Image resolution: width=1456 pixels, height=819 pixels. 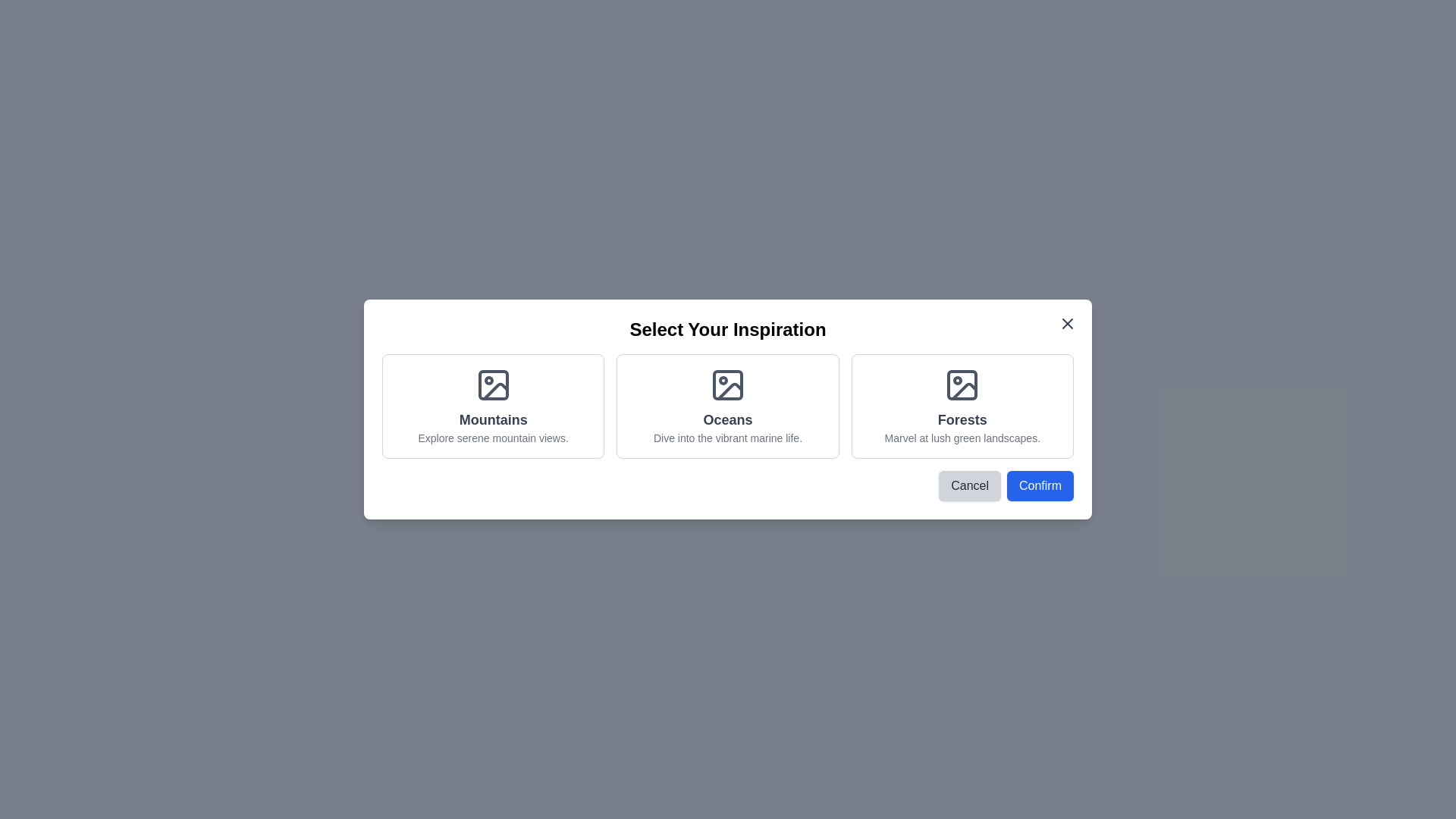 I want to click on the 'Oceans' text label, which serves as the title for the card summarizing its theme, located in the central card of the 'Select Your Inspiration' modal, so click(x=728, y=420).